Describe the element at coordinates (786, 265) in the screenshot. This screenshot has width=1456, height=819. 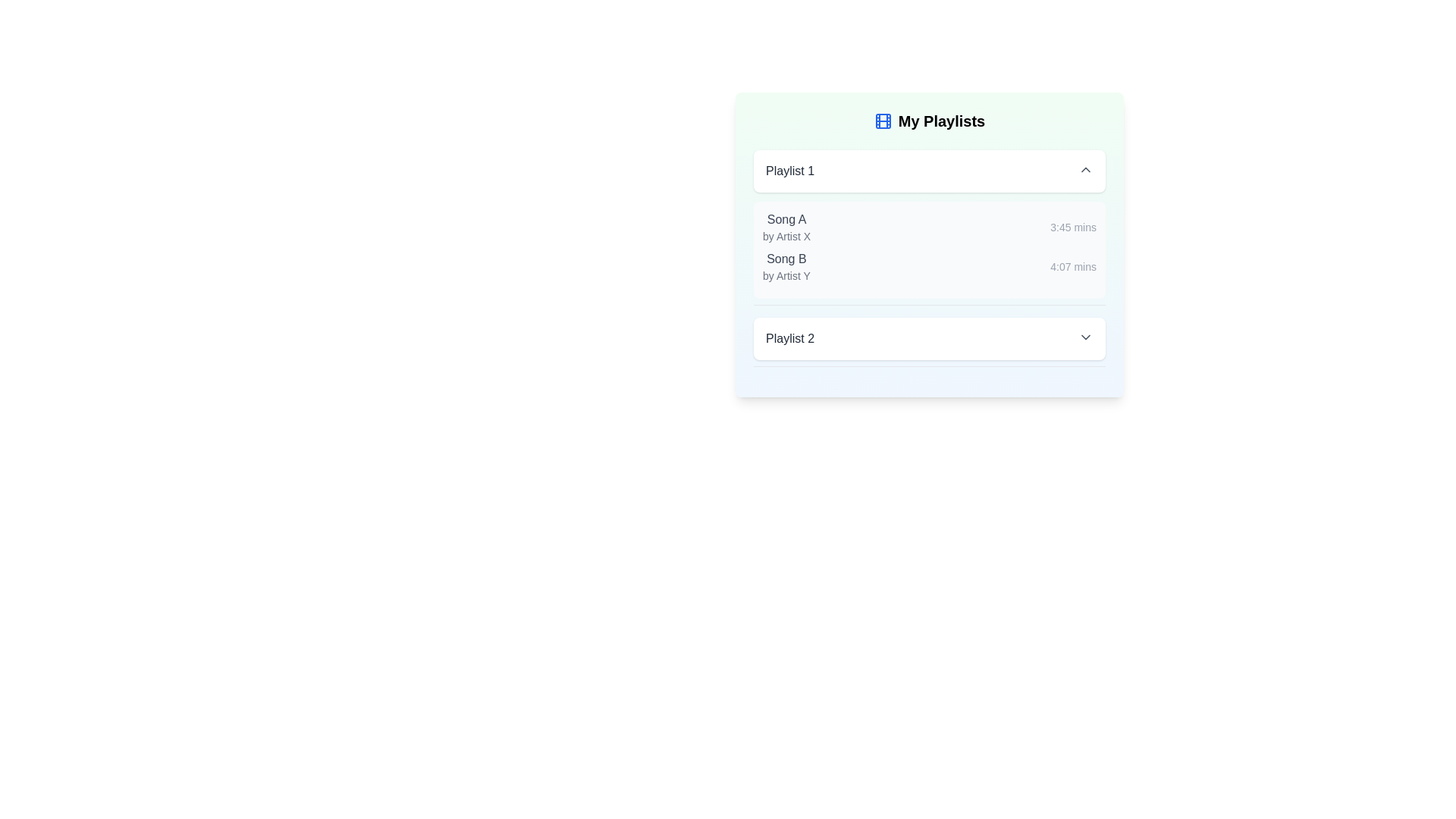
I see `the text group element displaying the song title 'Song B' and artist name 'by Artist Y', located within the 'Playlist 1' section` at that location.